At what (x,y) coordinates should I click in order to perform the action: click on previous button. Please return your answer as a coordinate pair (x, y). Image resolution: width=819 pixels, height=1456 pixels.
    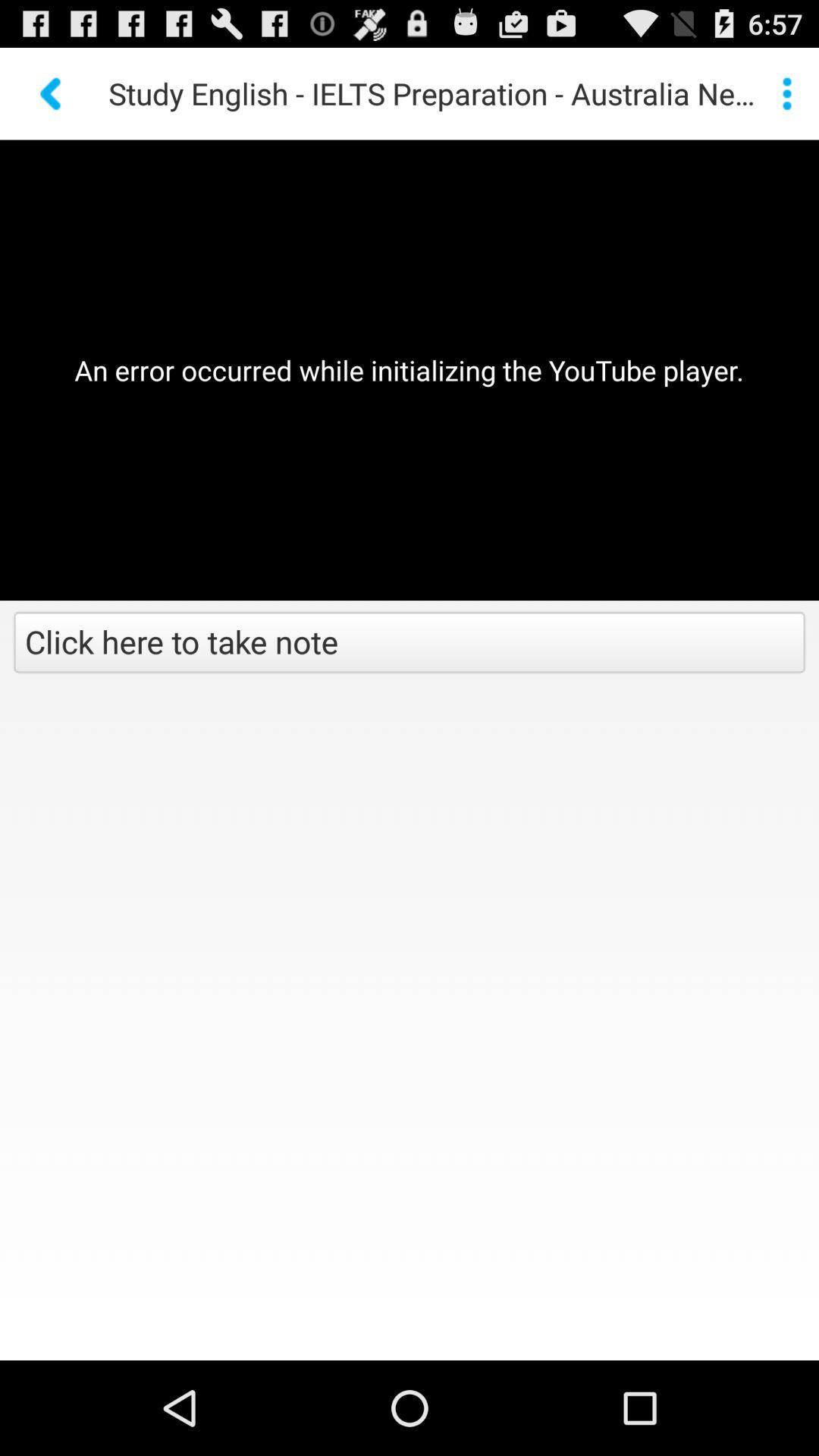
    Looking at the image, I should click on (52, 93).